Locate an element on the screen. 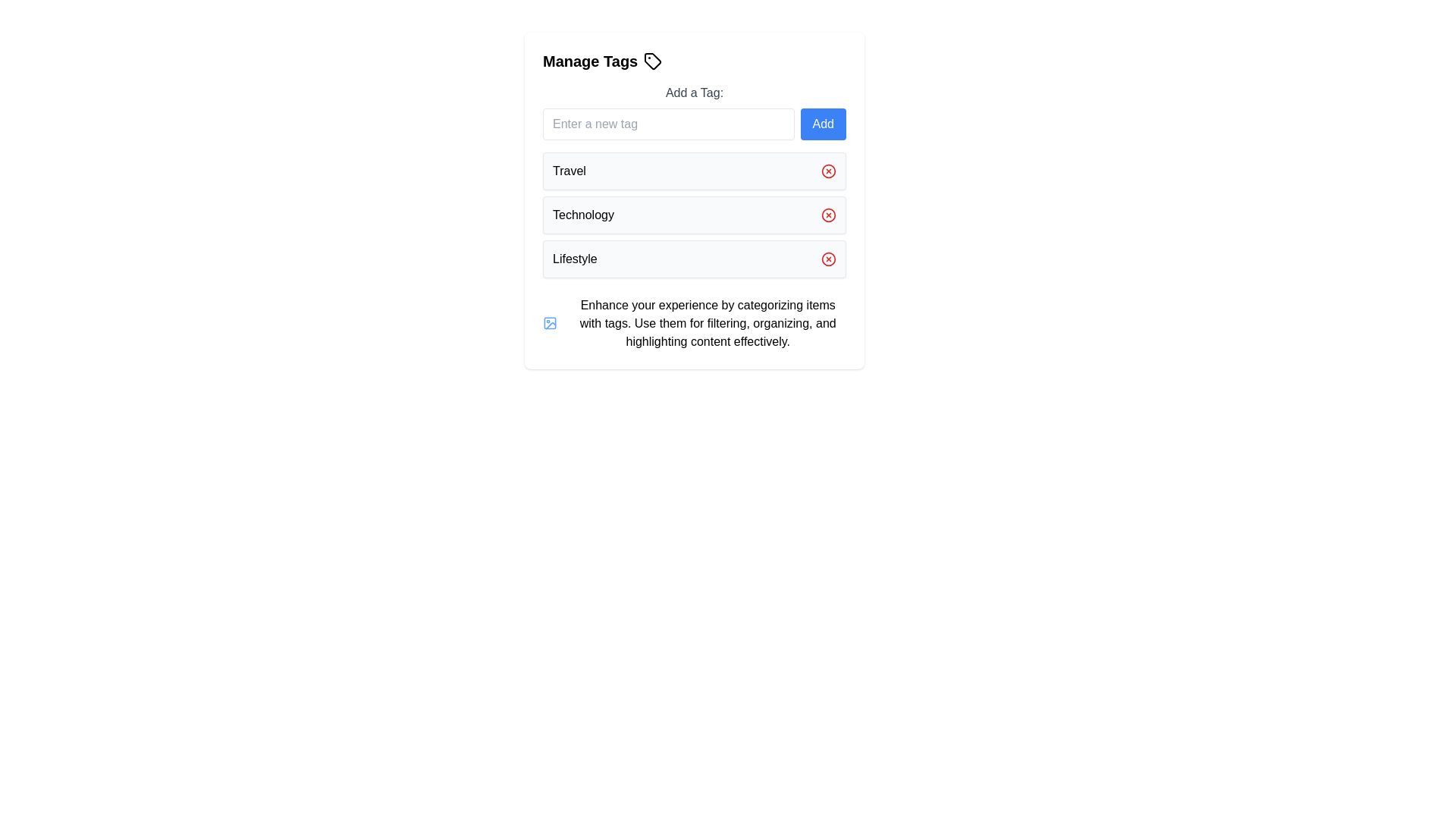 The width and height of the screenshot is (1456, 819). the 'Technology' tag item, which is the second tag in the list under the 'Add a Tag' section is located at coordinates (694, 200).